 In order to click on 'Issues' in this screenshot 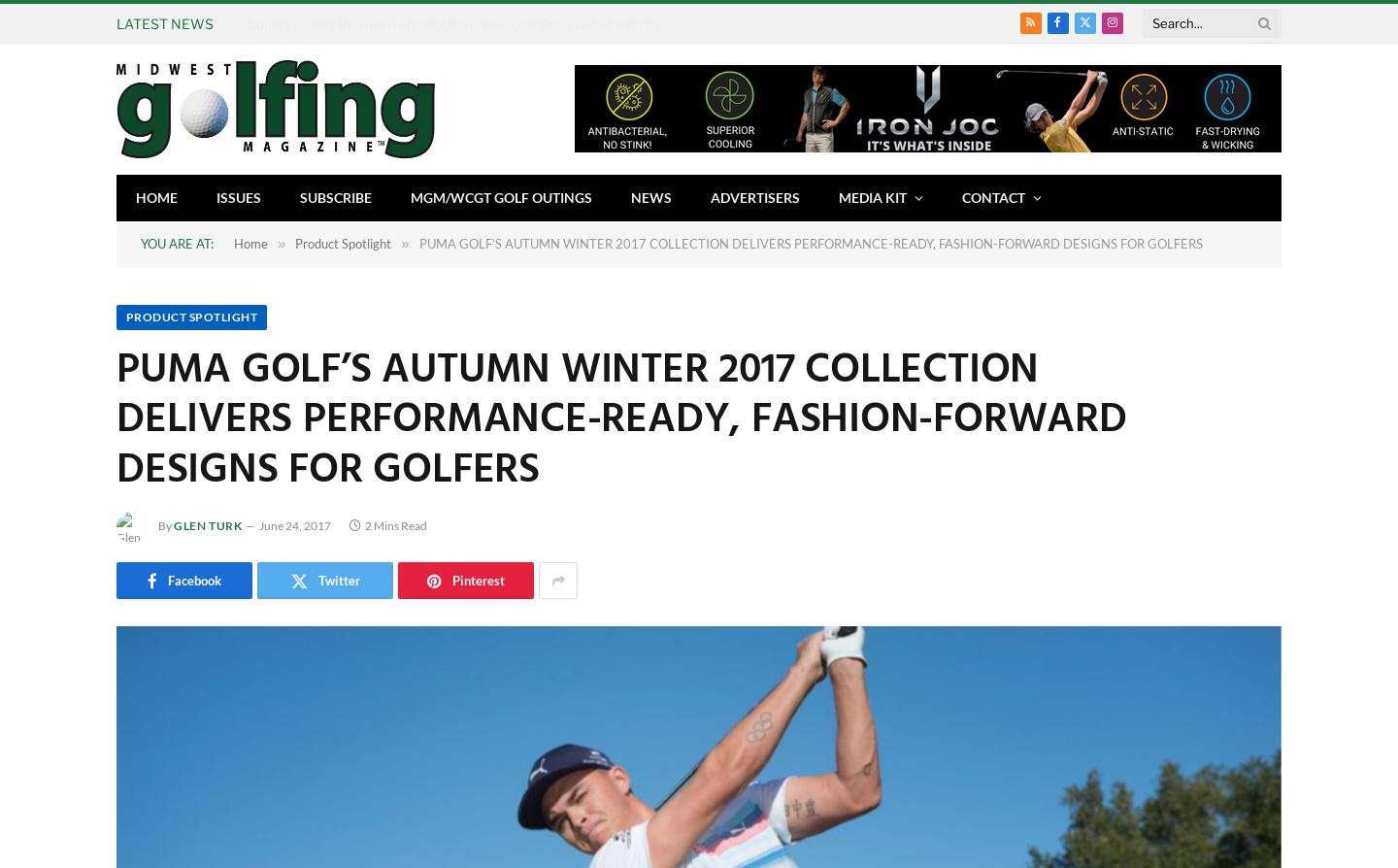, I will do `click(237, 196)`.